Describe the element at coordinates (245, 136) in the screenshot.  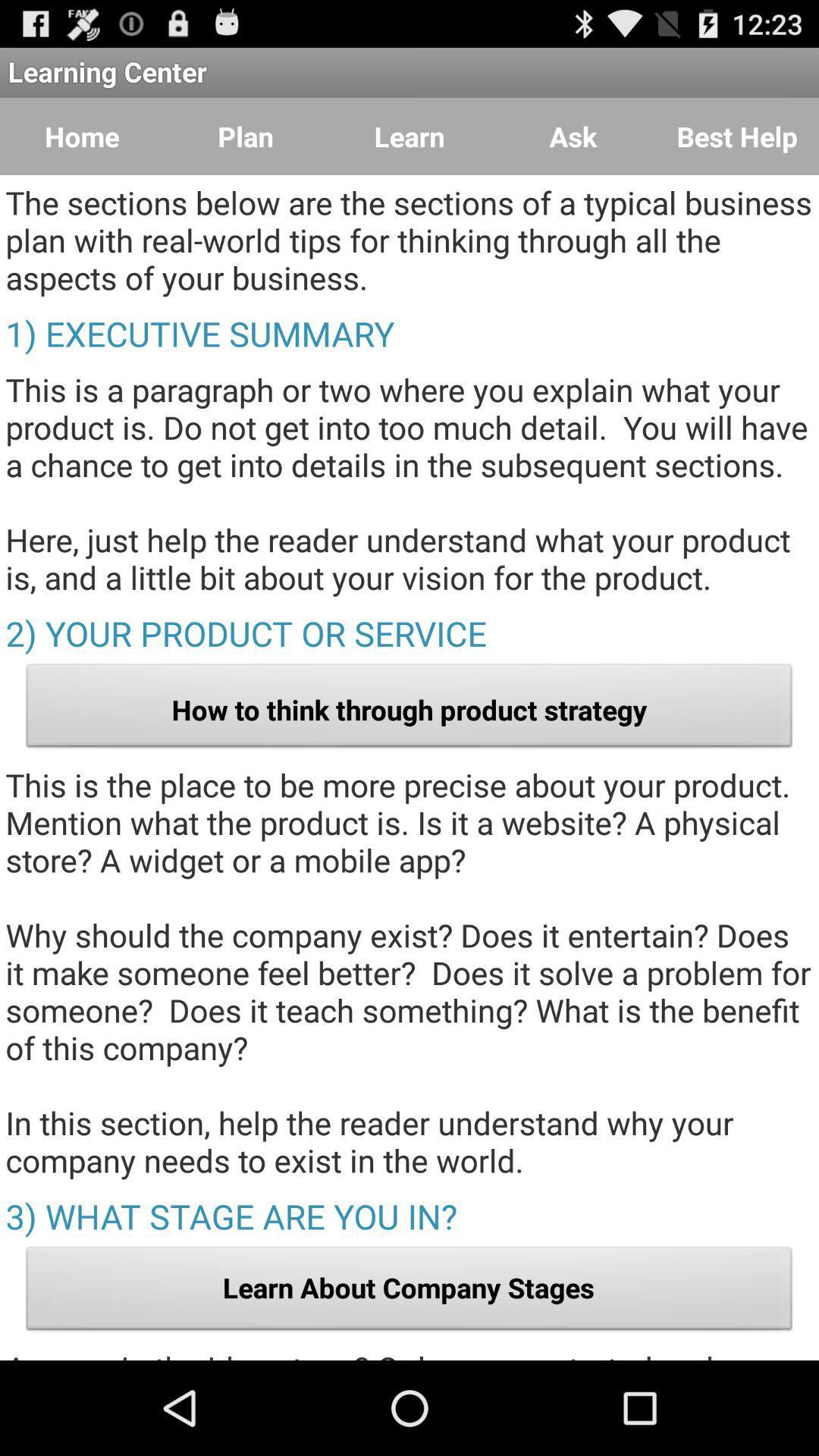
I see `plan which is next to home` at that location.